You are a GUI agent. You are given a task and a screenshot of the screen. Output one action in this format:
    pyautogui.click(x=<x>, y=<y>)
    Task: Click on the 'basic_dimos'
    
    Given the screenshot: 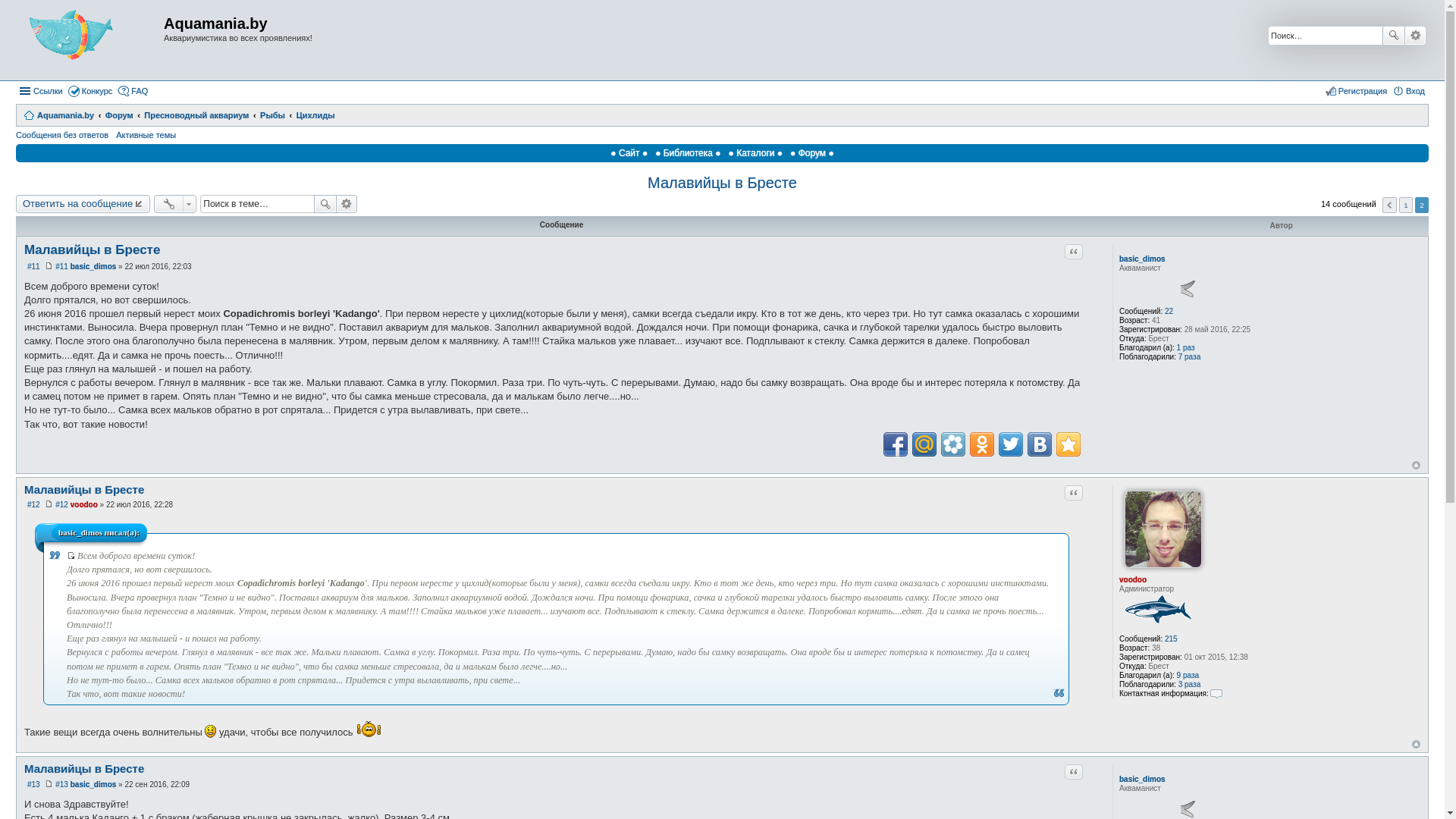 What is the action you would take?
    pyautogui.click(x=93, y=265)
    